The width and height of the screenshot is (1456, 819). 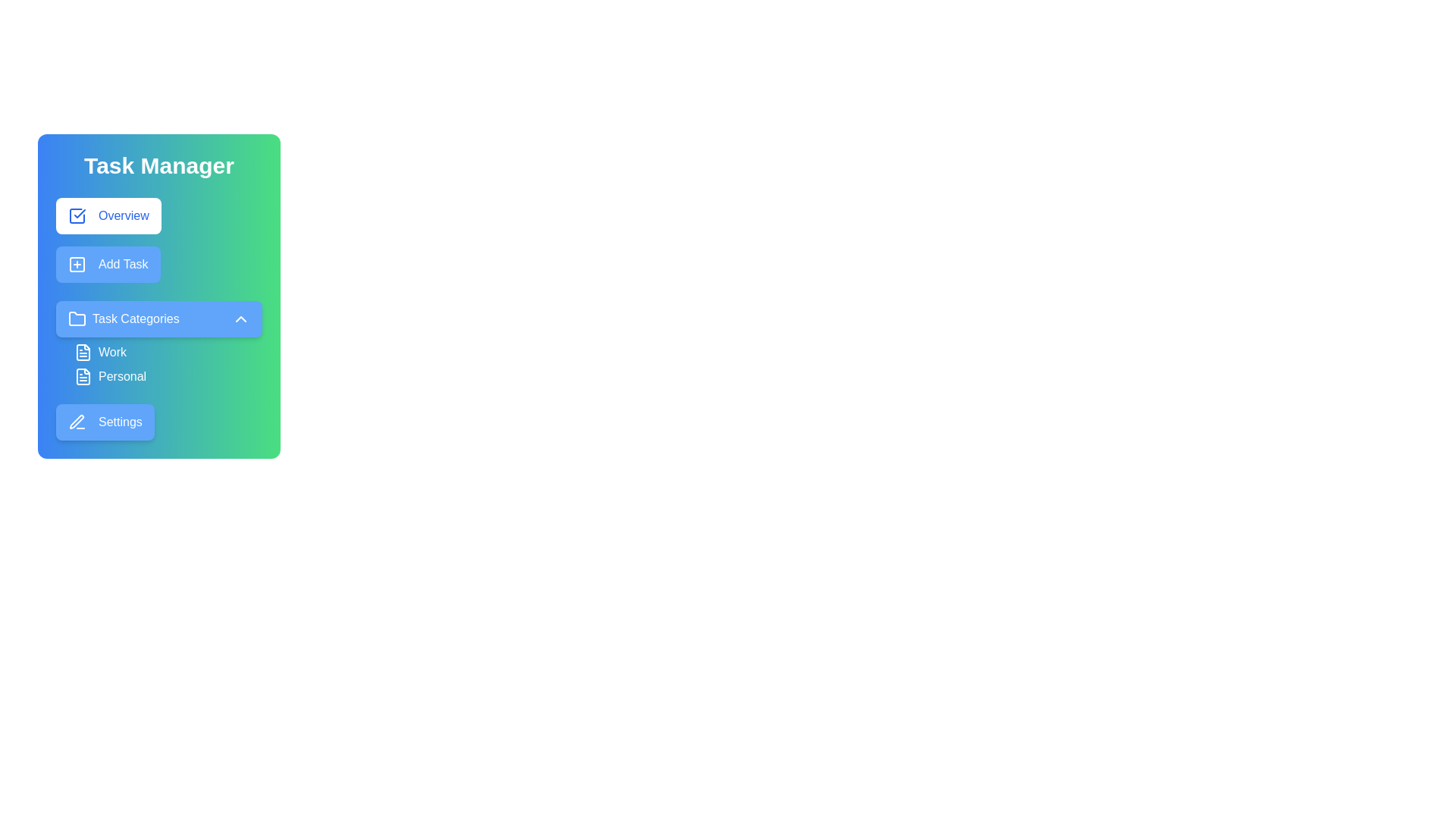 I want to click on text content of the 'Overview' label located in the sidebar menu next to the checkbox icon, so click(x=124, y=216).